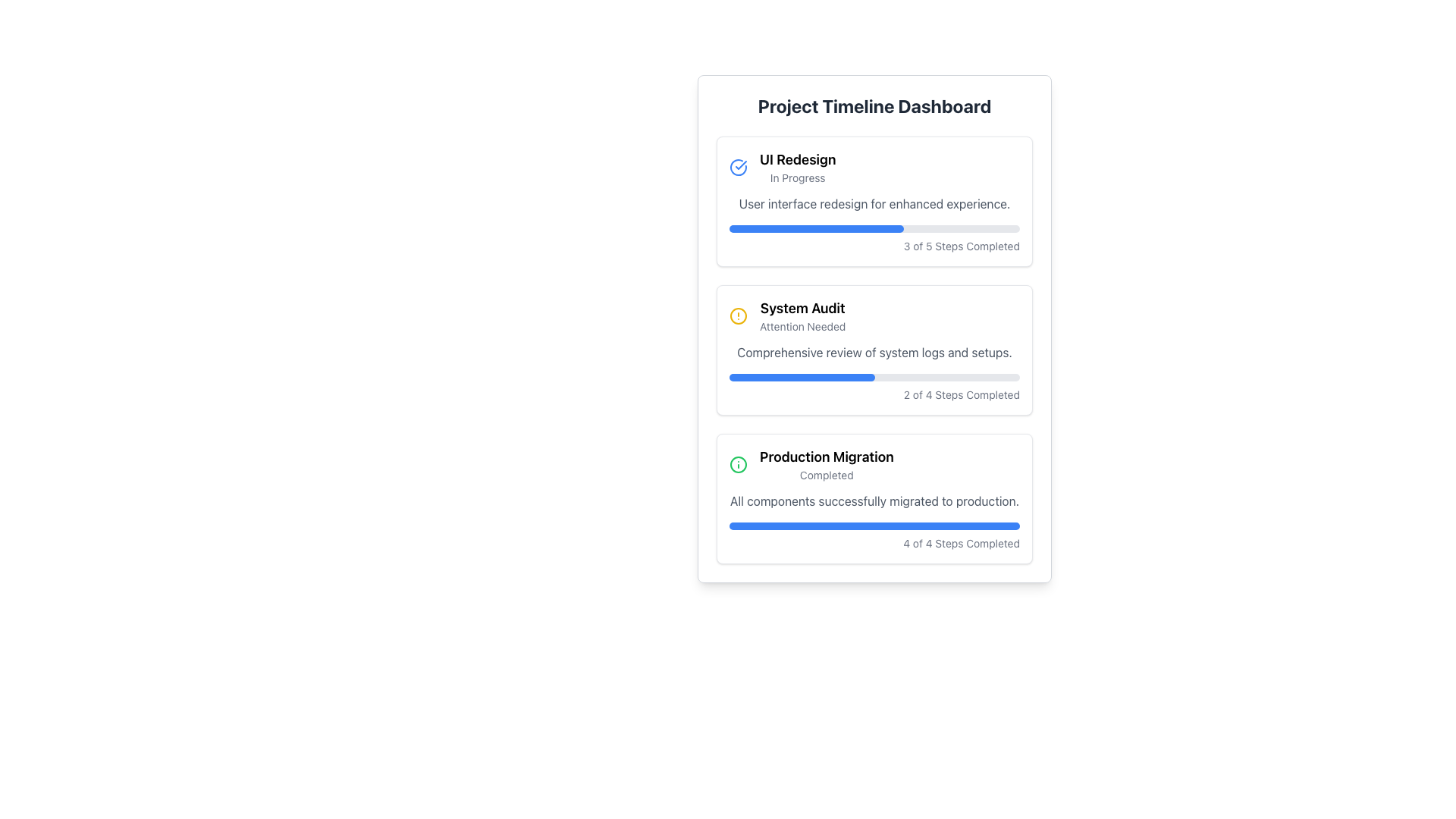 This screenshot has height=819, width=1456. I want to click on the green-colored information icon, which is circular and outlined, located to the far left of the 'Production Migration' text in the 'Completed' status section of the last item in the list, so click(739, 464).